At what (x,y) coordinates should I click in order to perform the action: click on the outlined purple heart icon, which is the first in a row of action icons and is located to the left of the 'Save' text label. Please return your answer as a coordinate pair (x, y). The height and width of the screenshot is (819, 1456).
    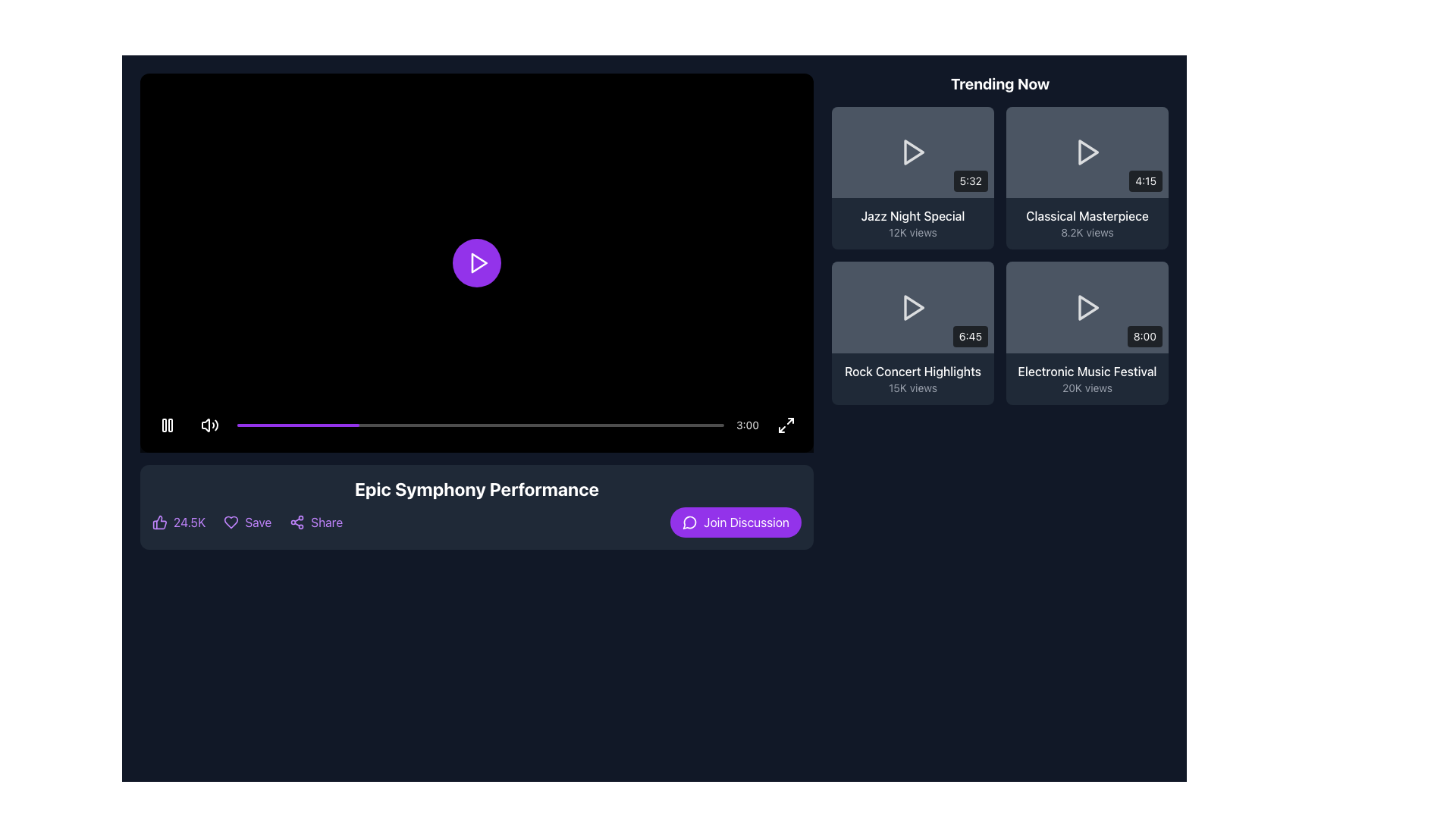
    Looking at the image, I should click on (231, 521).